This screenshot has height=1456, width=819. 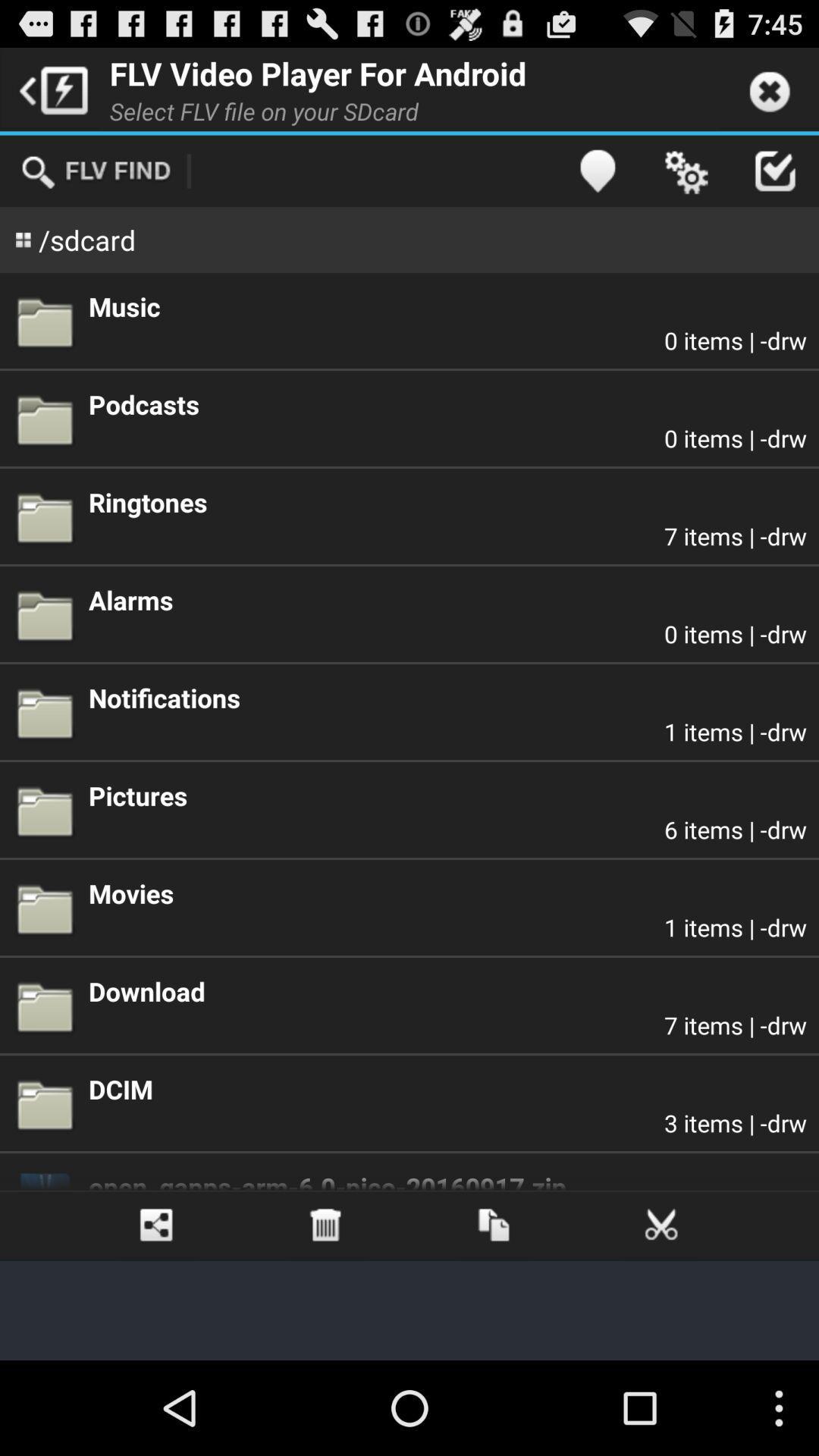 I want to click on app next to select flv file app, so click(x=596, y=171).